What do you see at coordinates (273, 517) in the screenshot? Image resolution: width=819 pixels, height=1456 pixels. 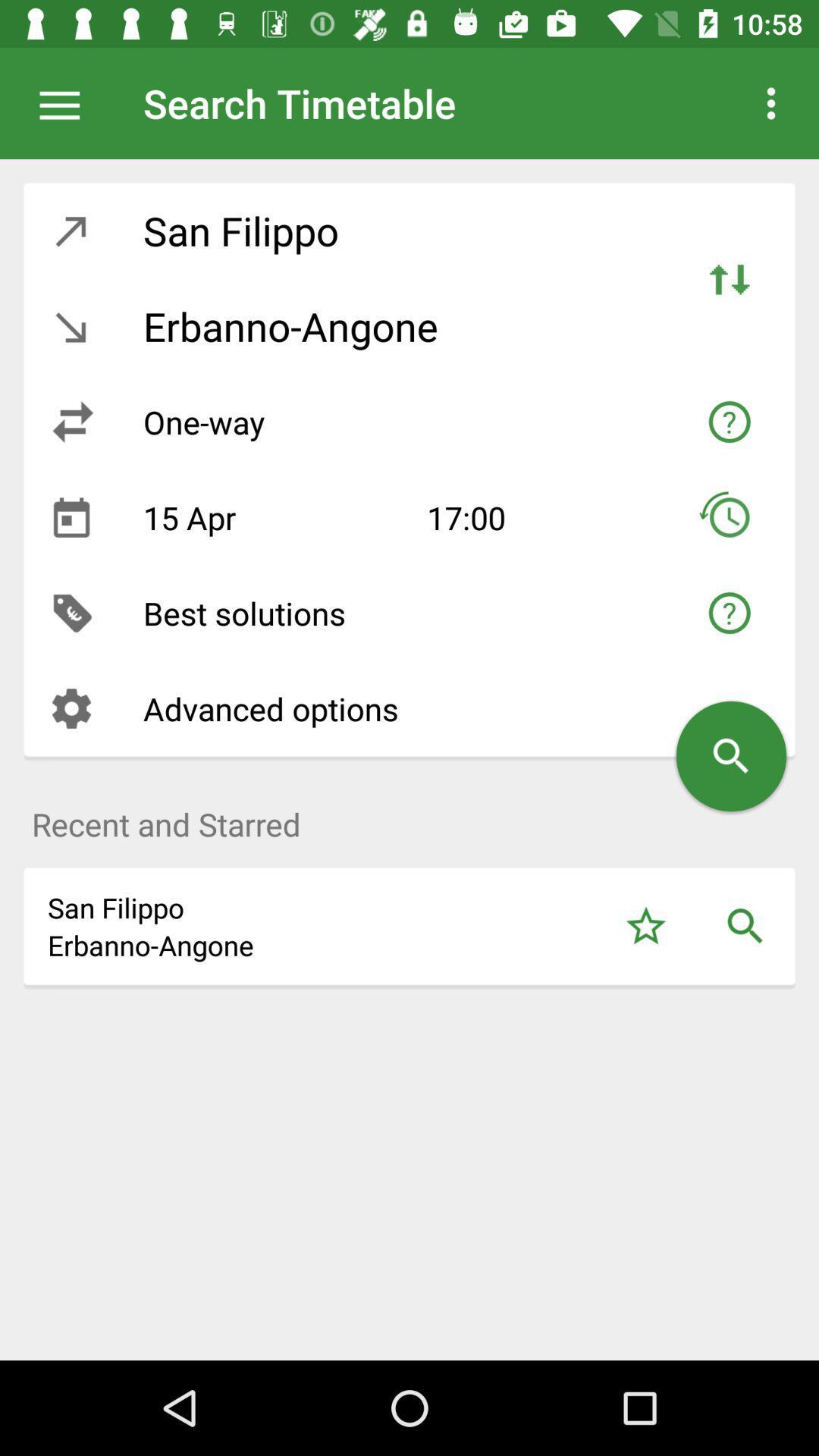 I see `the item to the left of 17:00 item` at bounding box center [273, 517].